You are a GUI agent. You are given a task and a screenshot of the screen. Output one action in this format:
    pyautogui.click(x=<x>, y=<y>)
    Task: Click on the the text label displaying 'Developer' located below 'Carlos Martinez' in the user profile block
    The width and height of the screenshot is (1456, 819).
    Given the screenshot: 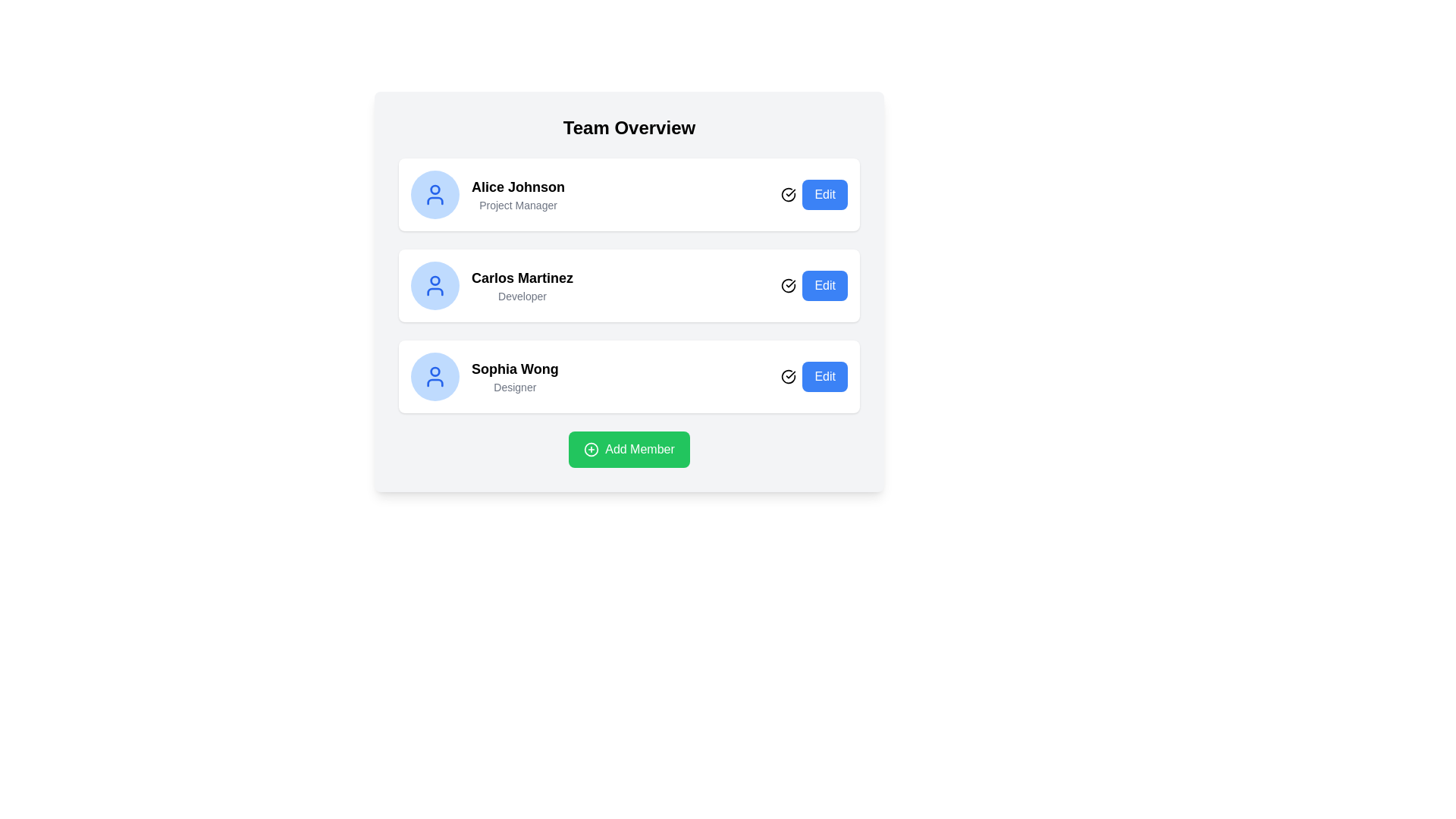 What is the action you would take?
    pyautogui.click(x=522, y=296)
    